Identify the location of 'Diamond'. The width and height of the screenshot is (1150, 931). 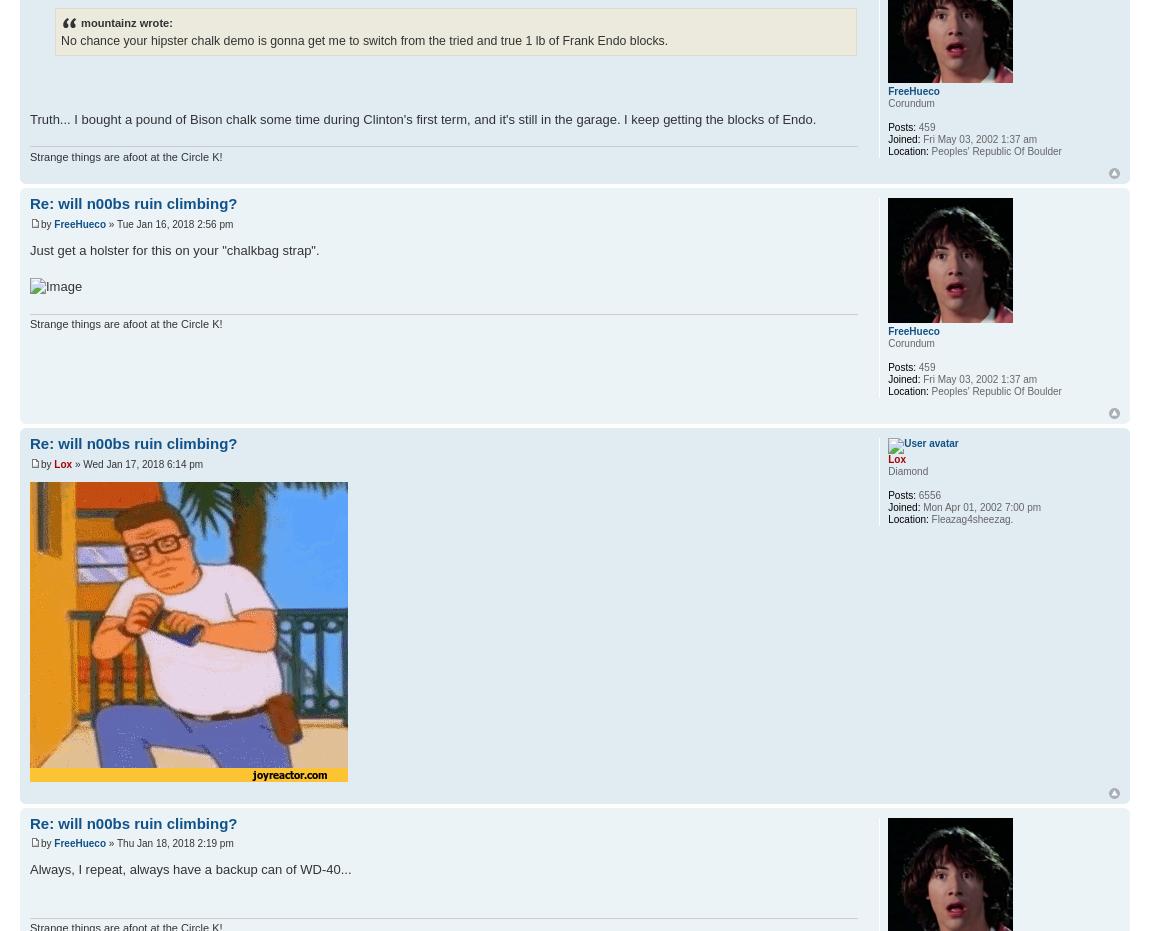
(908, 471).